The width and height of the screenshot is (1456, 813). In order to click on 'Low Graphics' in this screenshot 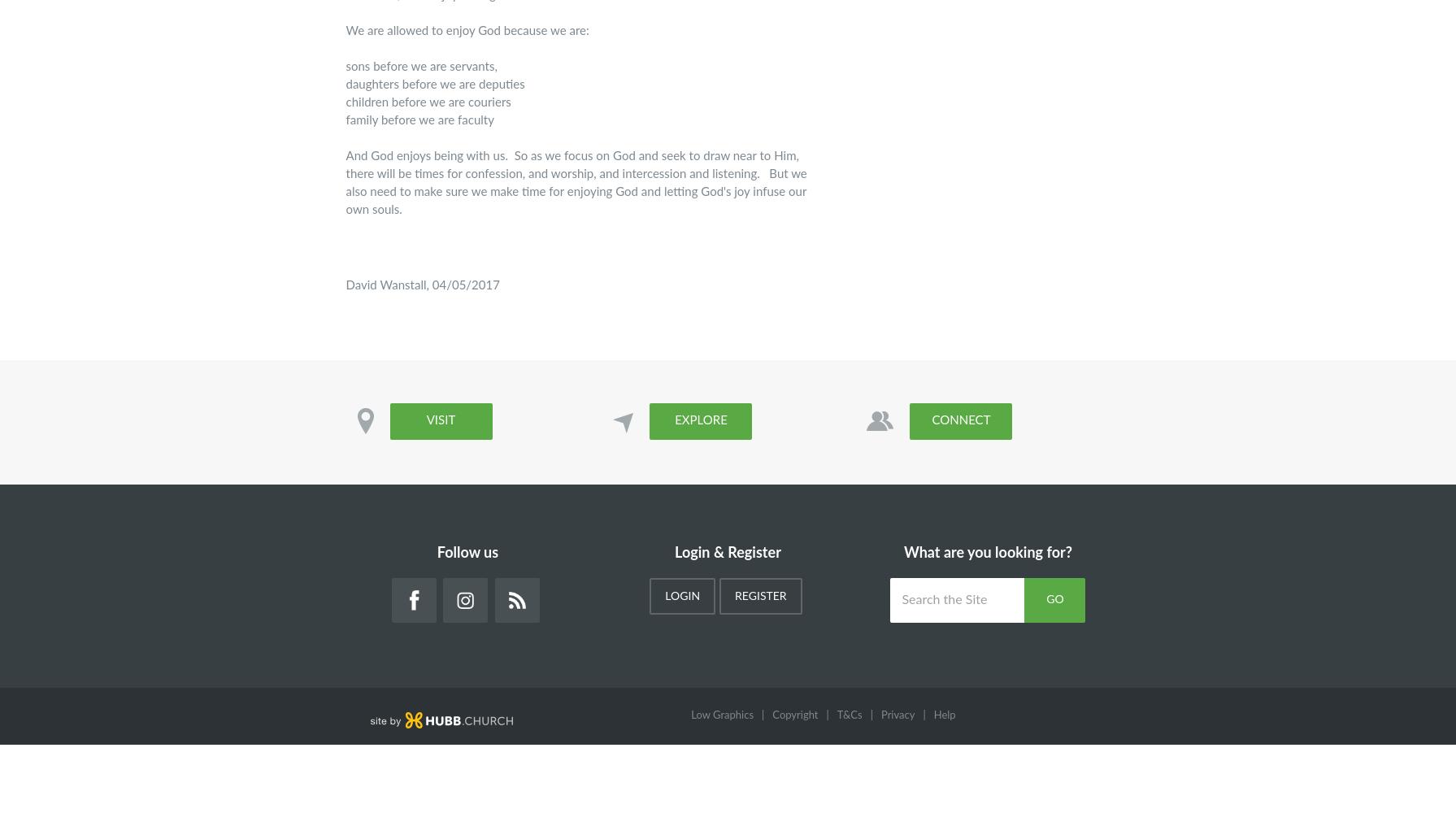, I will do `click(722, 715)`.